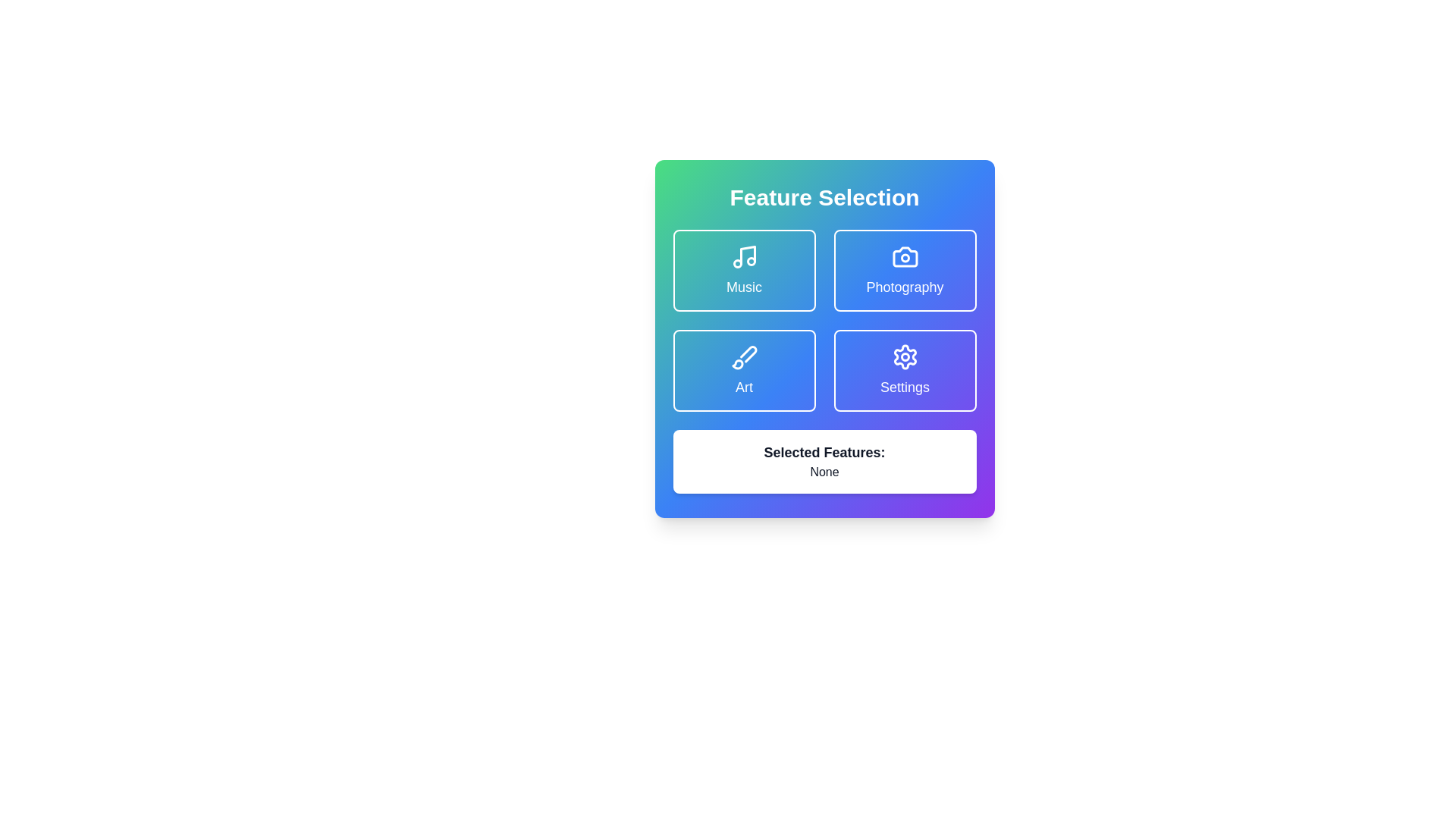  Describe the element at coordinates (751, 260) in the screenshot. I see `the second filled circle element in the 'Music' icon SVG representation located at the top-left corner of the feature selection interface` at that location.